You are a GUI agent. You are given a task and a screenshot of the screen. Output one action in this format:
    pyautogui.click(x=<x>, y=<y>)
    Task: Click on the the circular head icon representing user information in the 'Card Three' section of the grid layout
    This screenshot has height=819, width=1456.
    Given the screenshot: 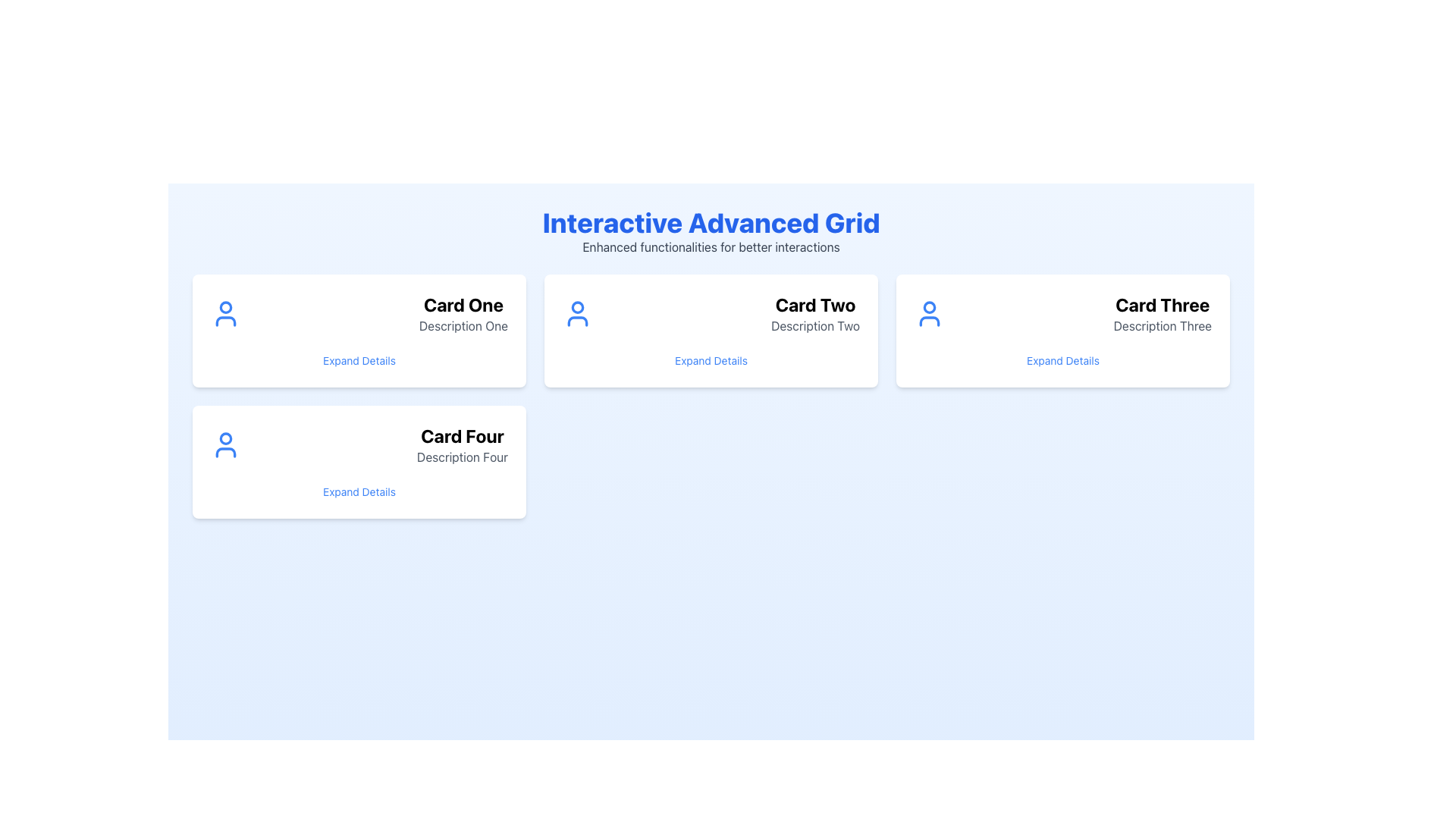 What is the action you would take?
    pyautogui.click(x=928, y=307)
    